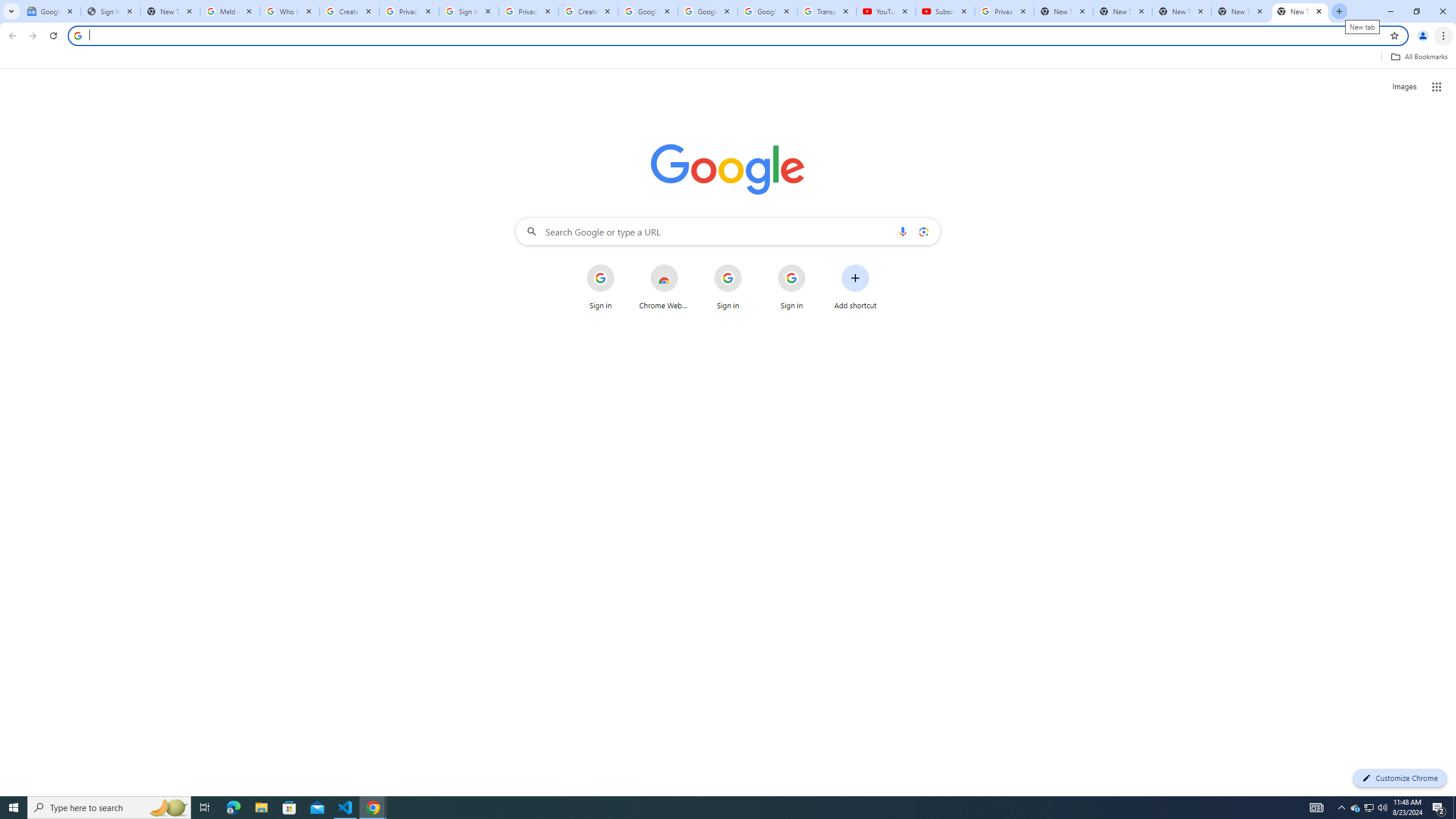 This screenshot has width=1456, height=819. Describe the element at coordinates (588, 11) in the screenshot. I see `'Create your Google Account'` at that location.